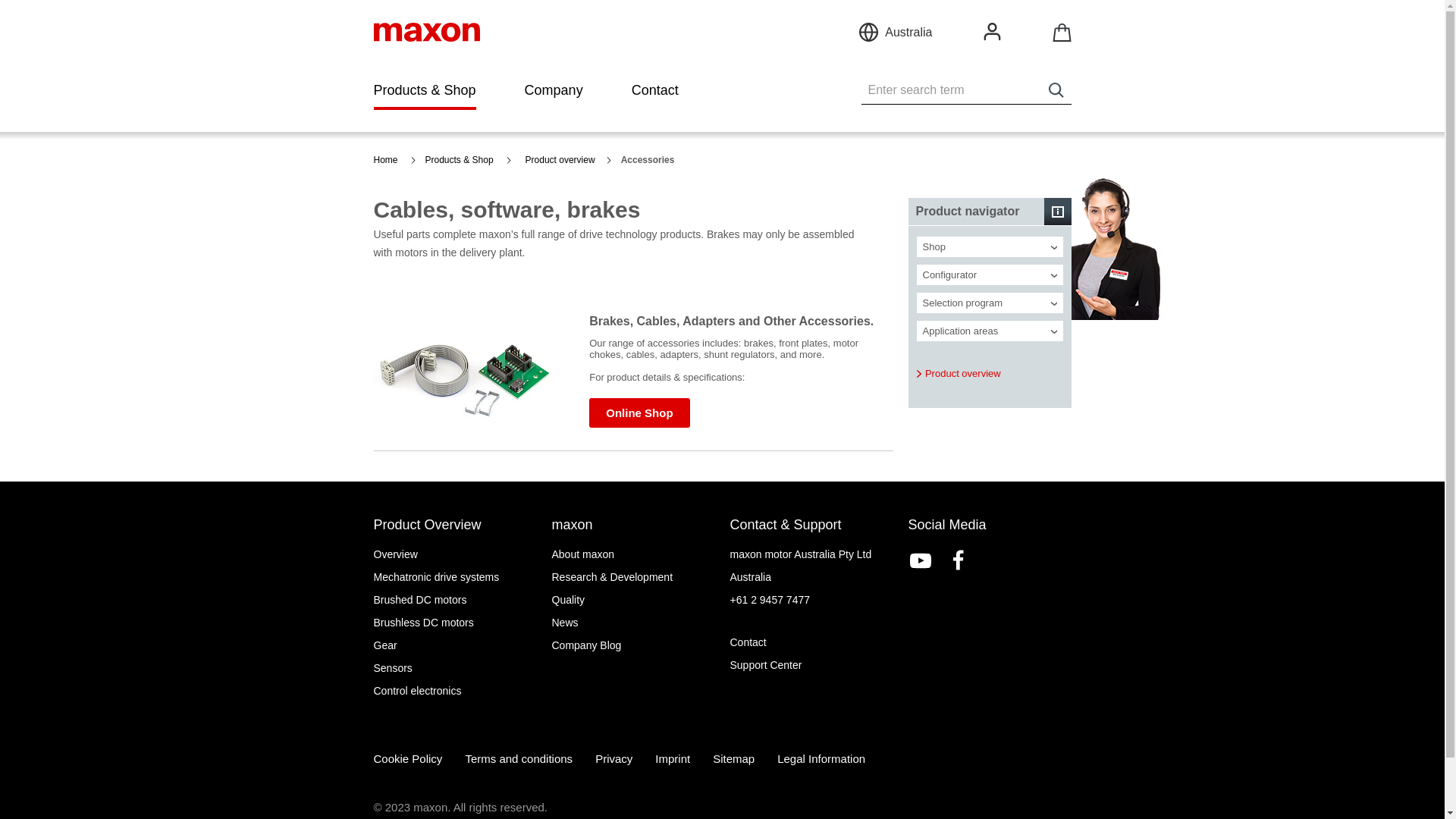 This screenshot has height=819, width=1456. I want to click on 'Legal Information', so click(821, 758).